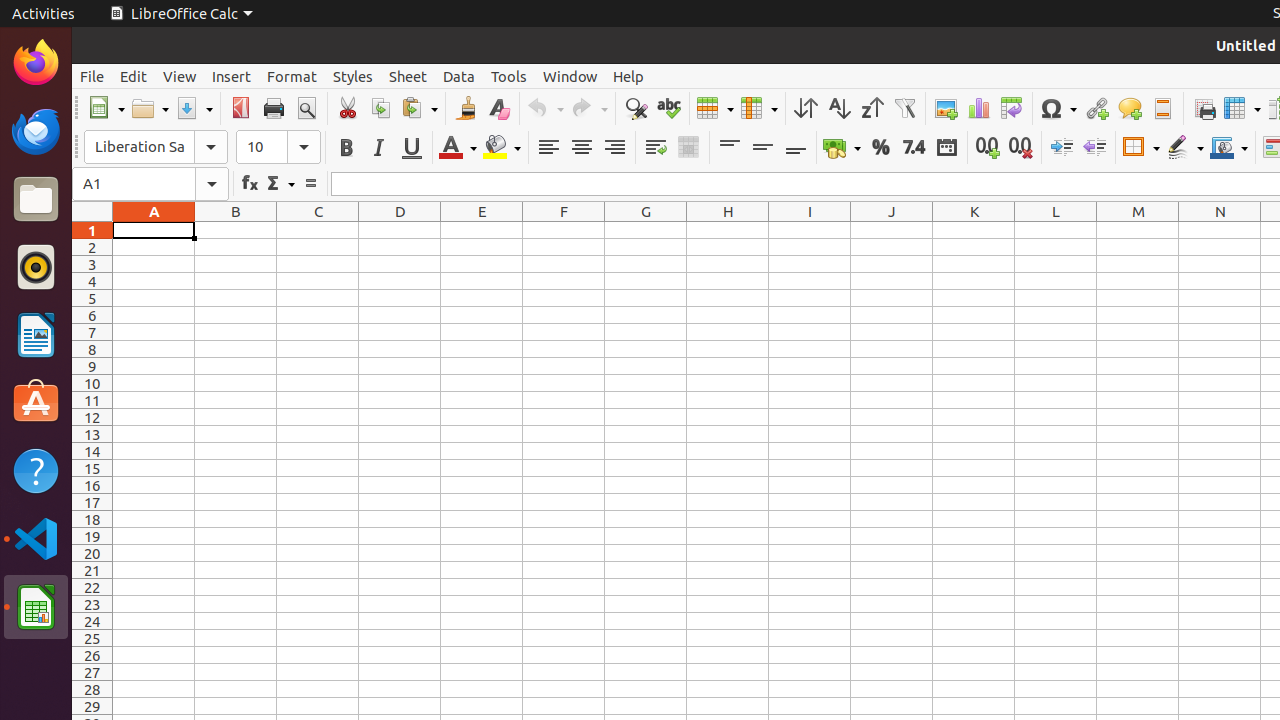  I want to click on 'Italic', so click(378, 146).